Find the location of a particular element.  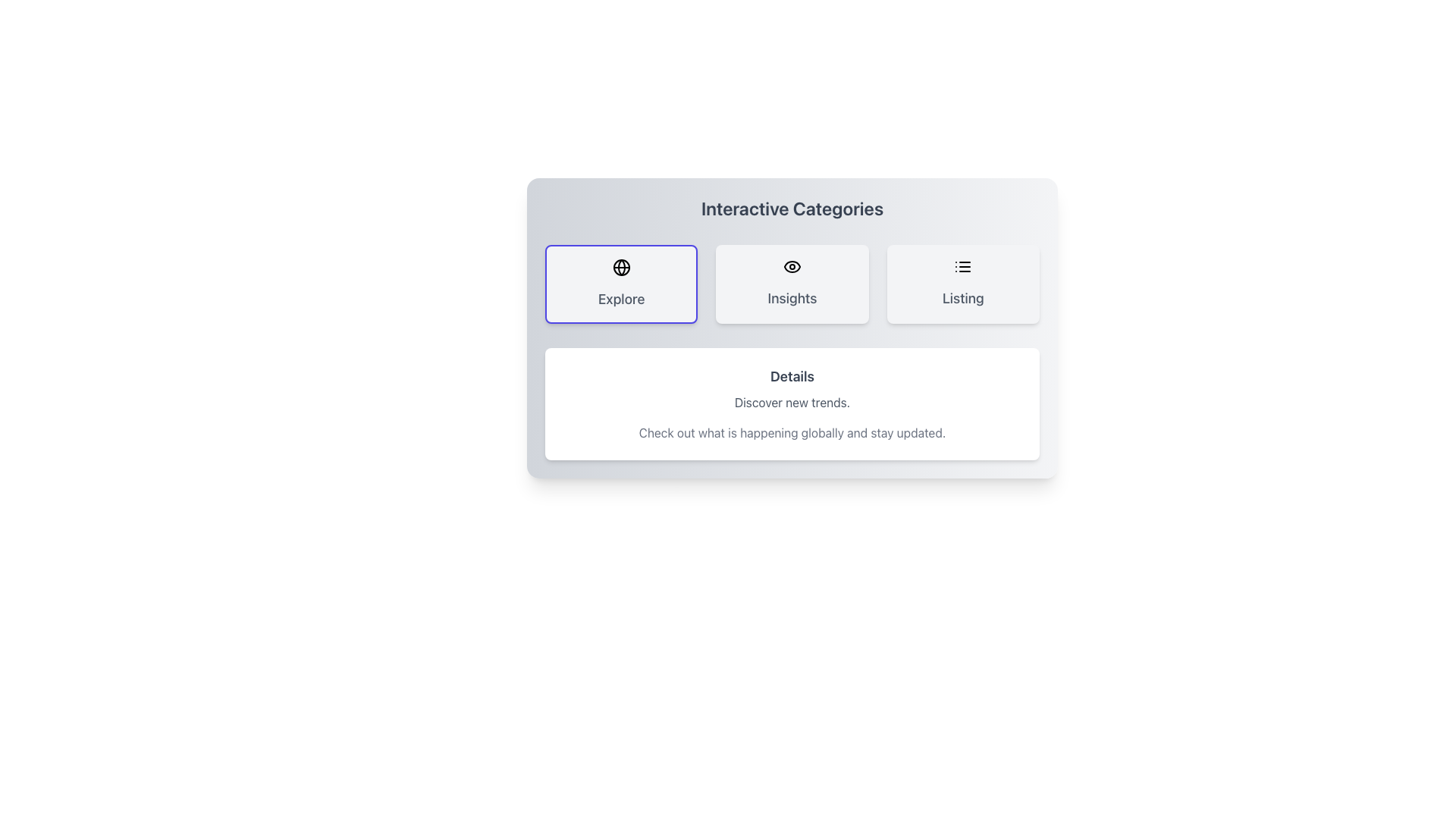

the 'Explore' icon located at the top-center position of the leftmost card, which symbolizes global exploration or discovery is located at coordinates (621, 267).